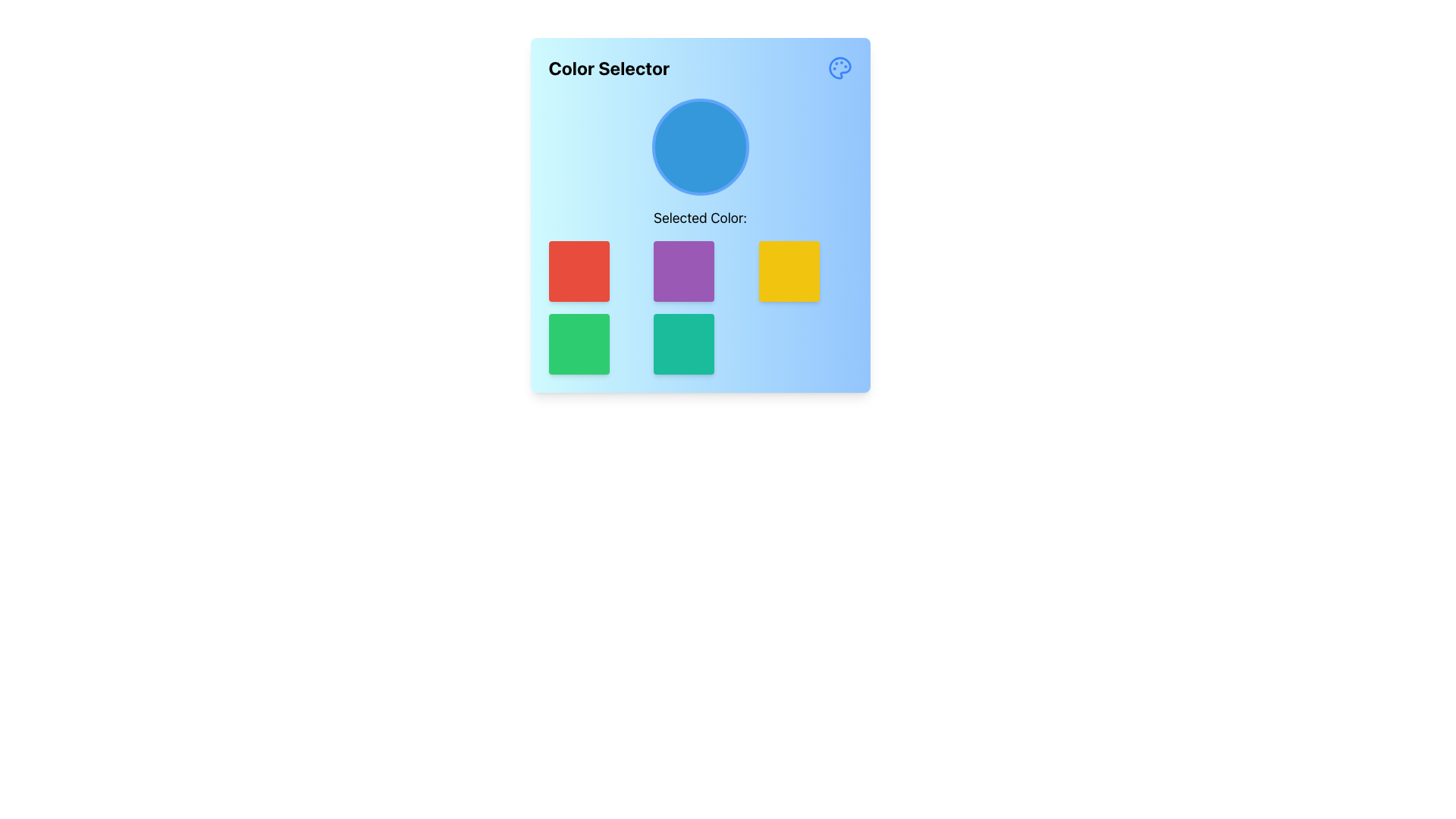  I want to click on the interactive color selection block with a red fill and rounded corners, located in the first row and first column of the color selection grid, so click(578, 271).